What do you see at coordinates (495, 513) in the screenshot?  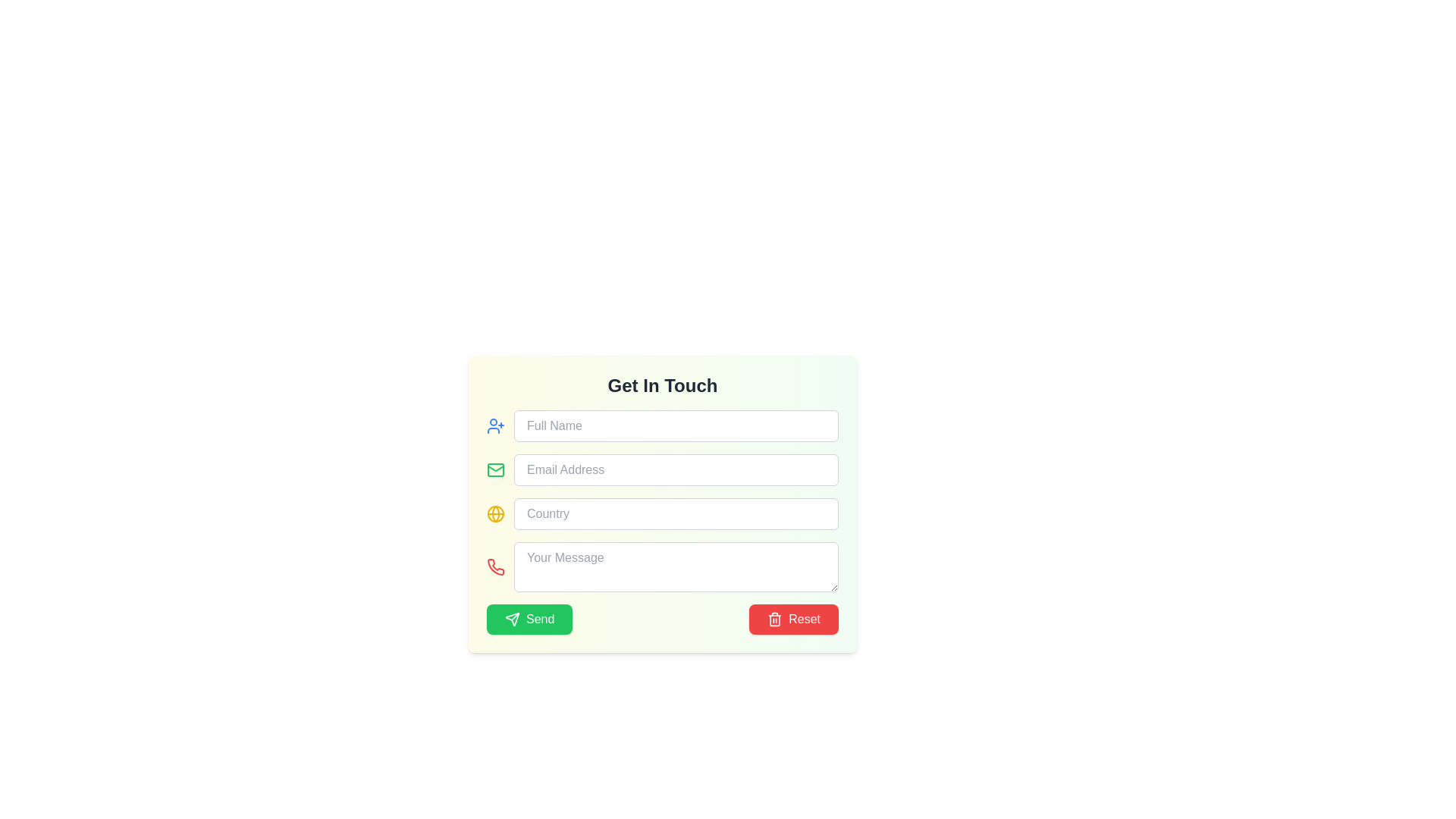 I see `the globe icon with a yellow outline, which is located above the 'Country' text input field` at bounding box center [495, 513].